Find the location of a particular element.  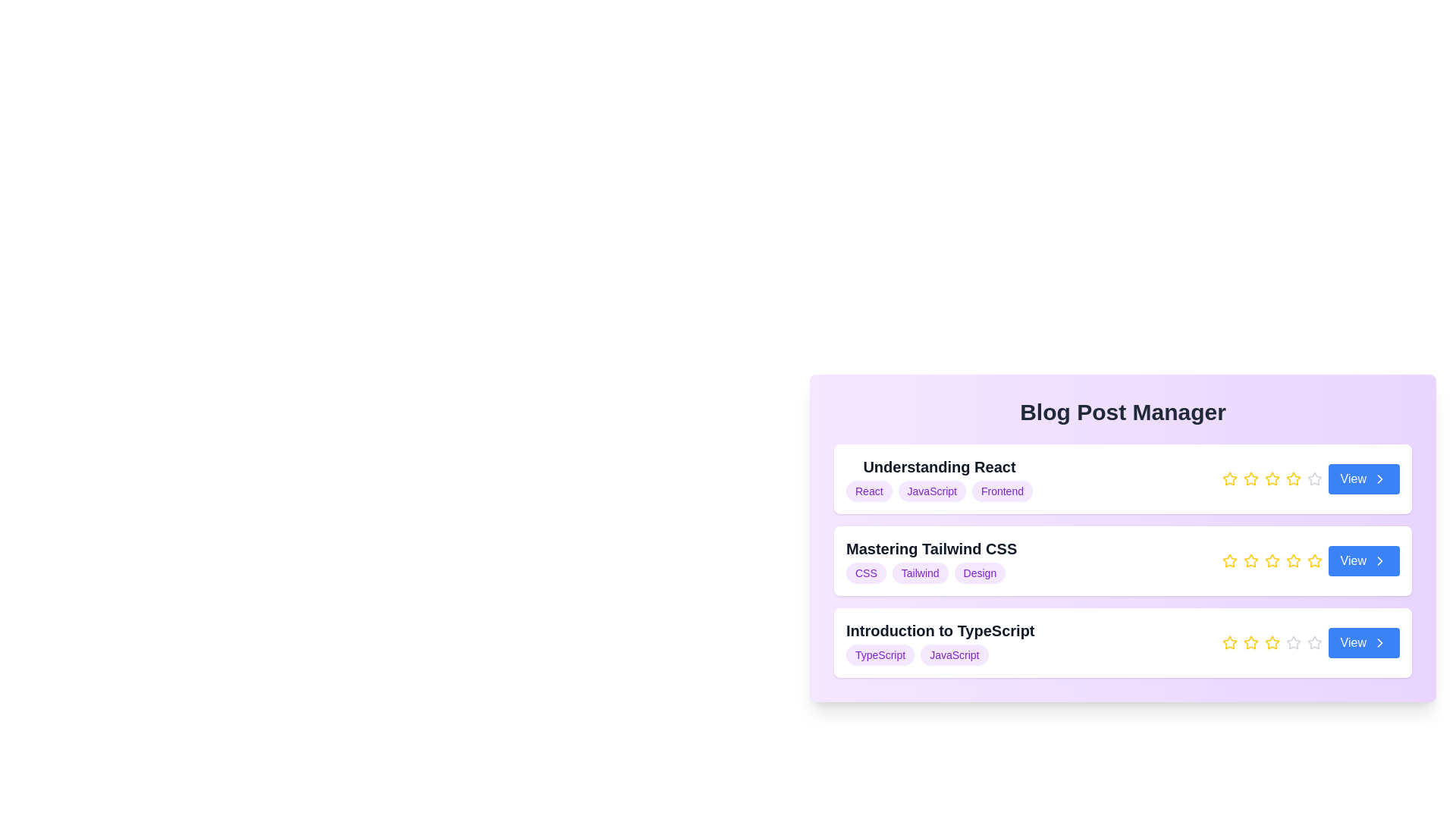

the sixth star icon in the rating component for the card labeled 'Understanding React' to provide interaction feedback is located at coordinates (1313, 479).